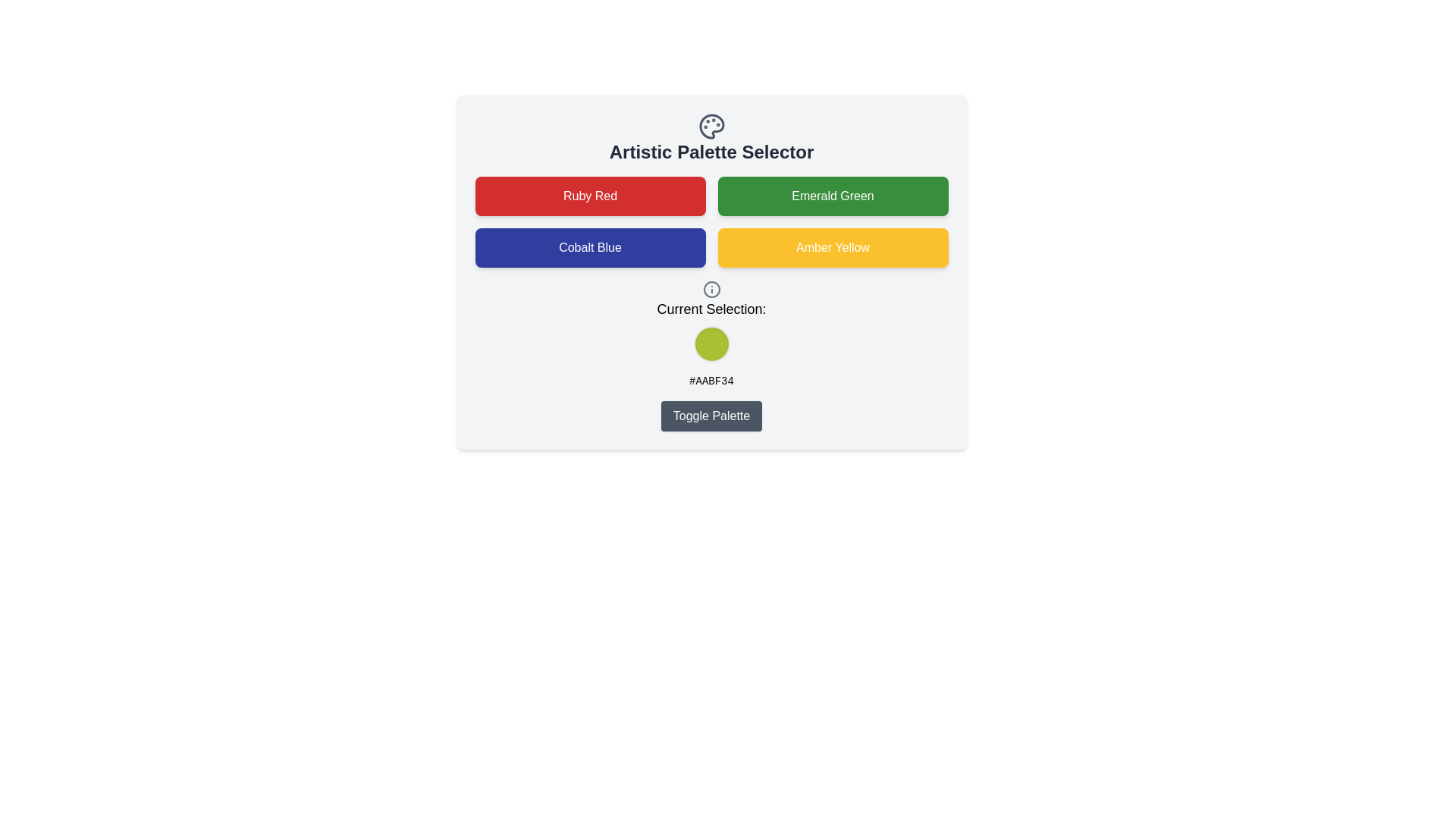 Image resolution: width=1456 pixels, height=819 pixels. What do you see at coordinates (711, 138) in the screenshot?
I see `the Header with an icon that indicates the purpose of the interface as a tool for selecting an artistic palette, located at the top of the color selection buttons` at bounding box center [711, 138].